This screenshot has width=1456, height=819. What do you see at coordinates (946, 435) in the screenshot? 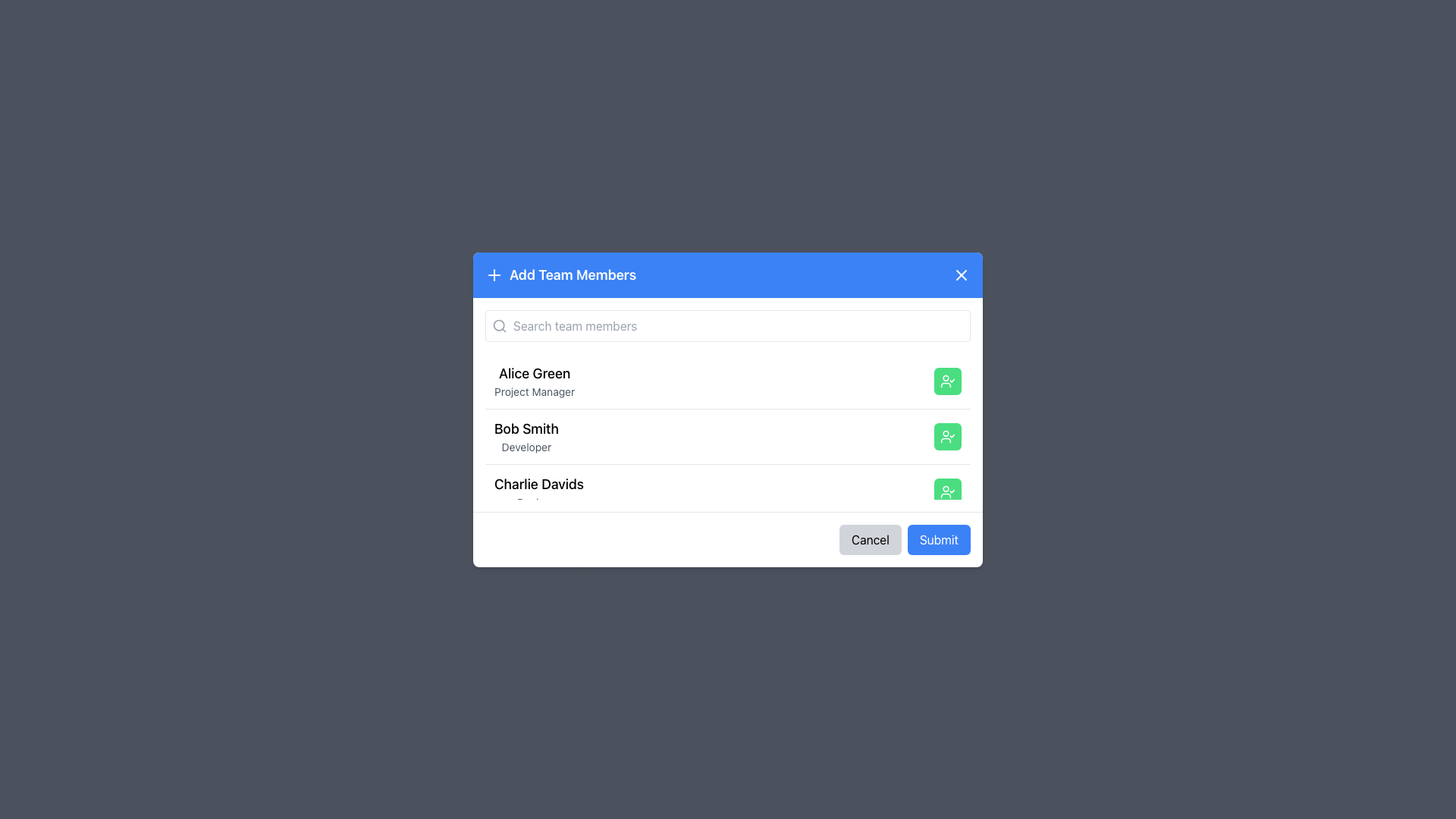
I see `the user profile icon button with a checkmark in a green circular background, located next to 'Bob Smith, Developer' in the 'Add Team Members' section` at bounding box center [946, 435].